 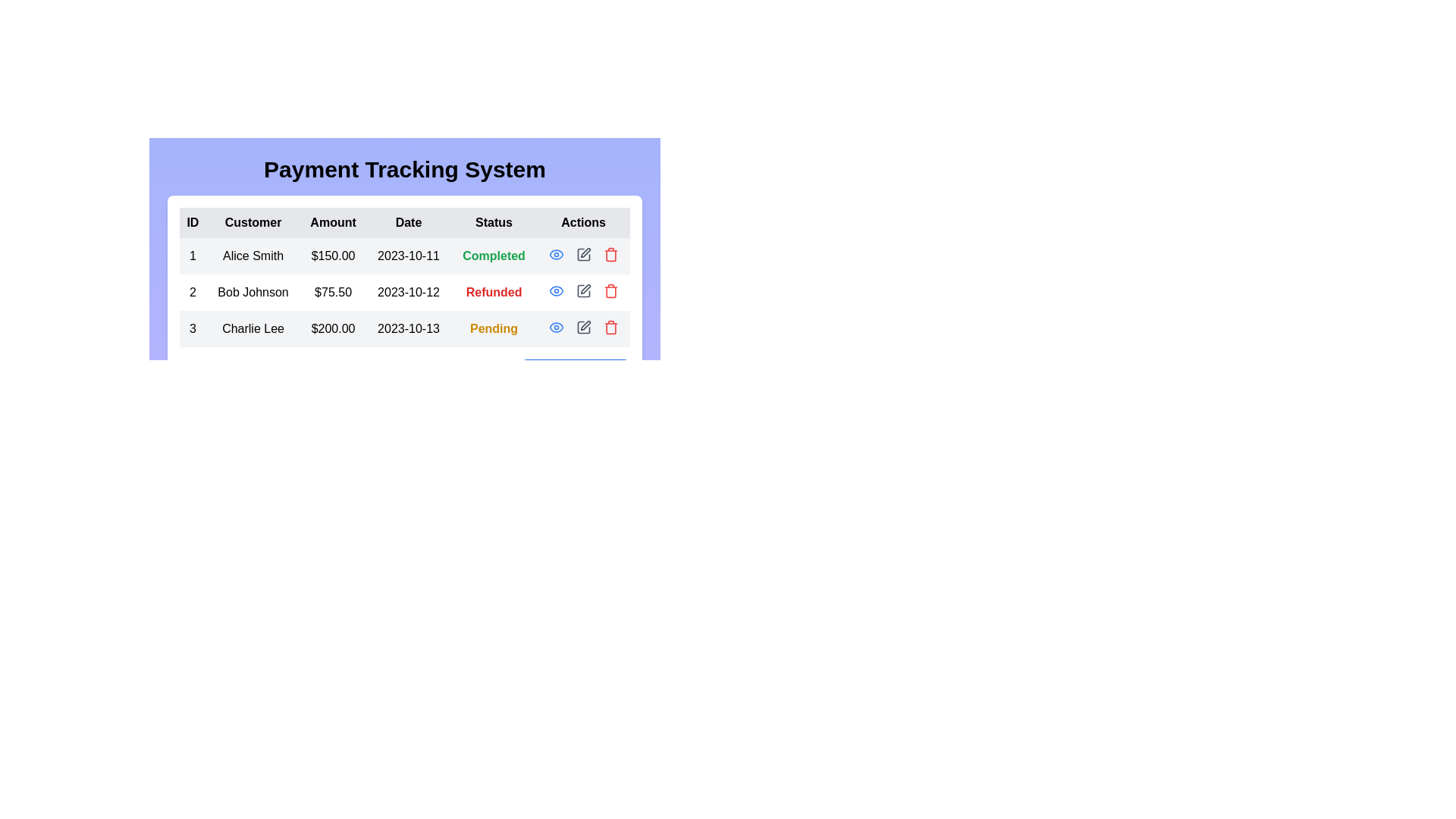 What do you see at coordinates (582, 327) in the screenshot?
I see `the group of interactive buttons located in the last row of the table under the 'Actions' column, positioned to the right of the 'Pending' status text` at bounding box center [582, 327].